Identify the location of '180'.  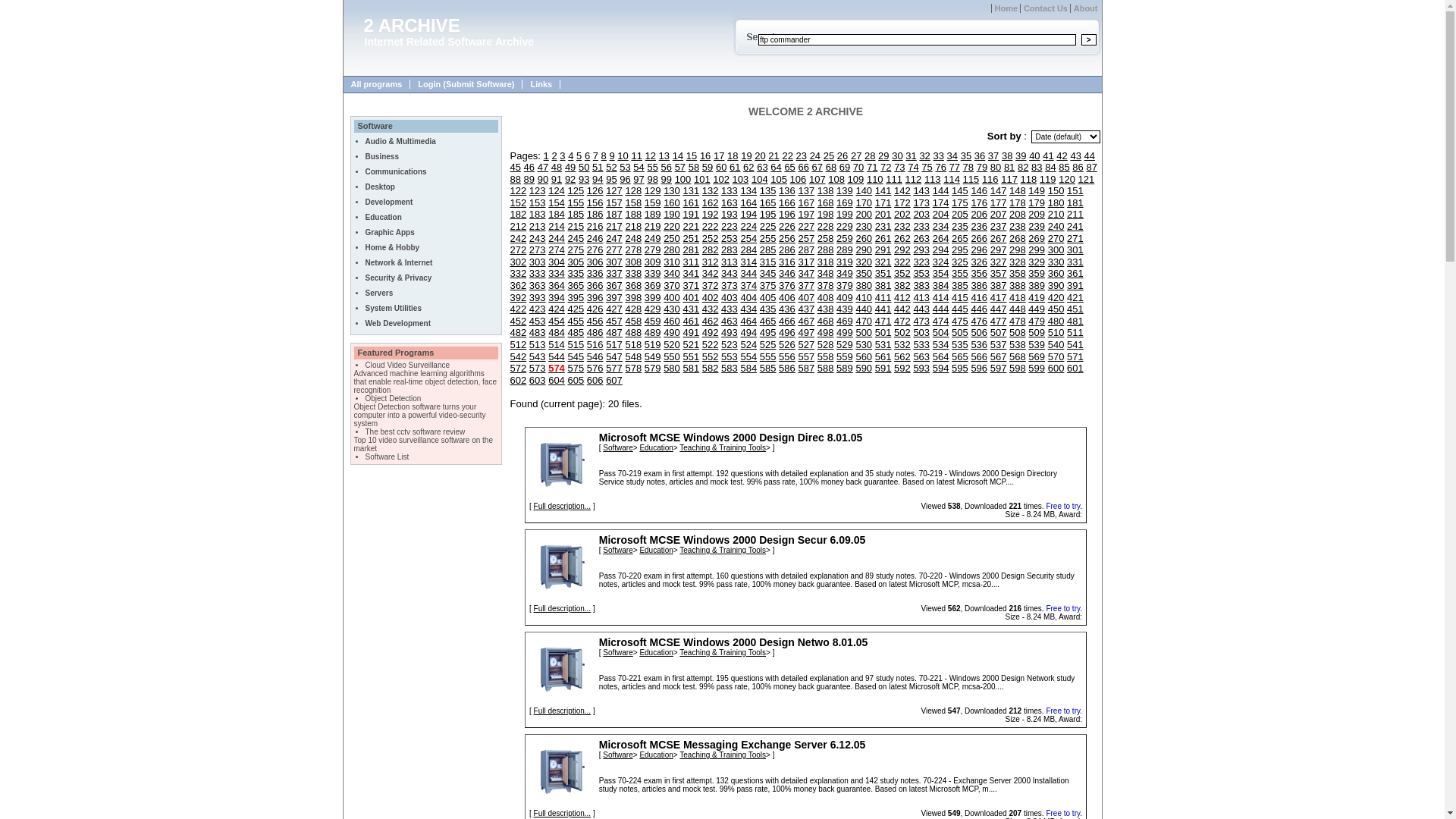
(1055, 202).